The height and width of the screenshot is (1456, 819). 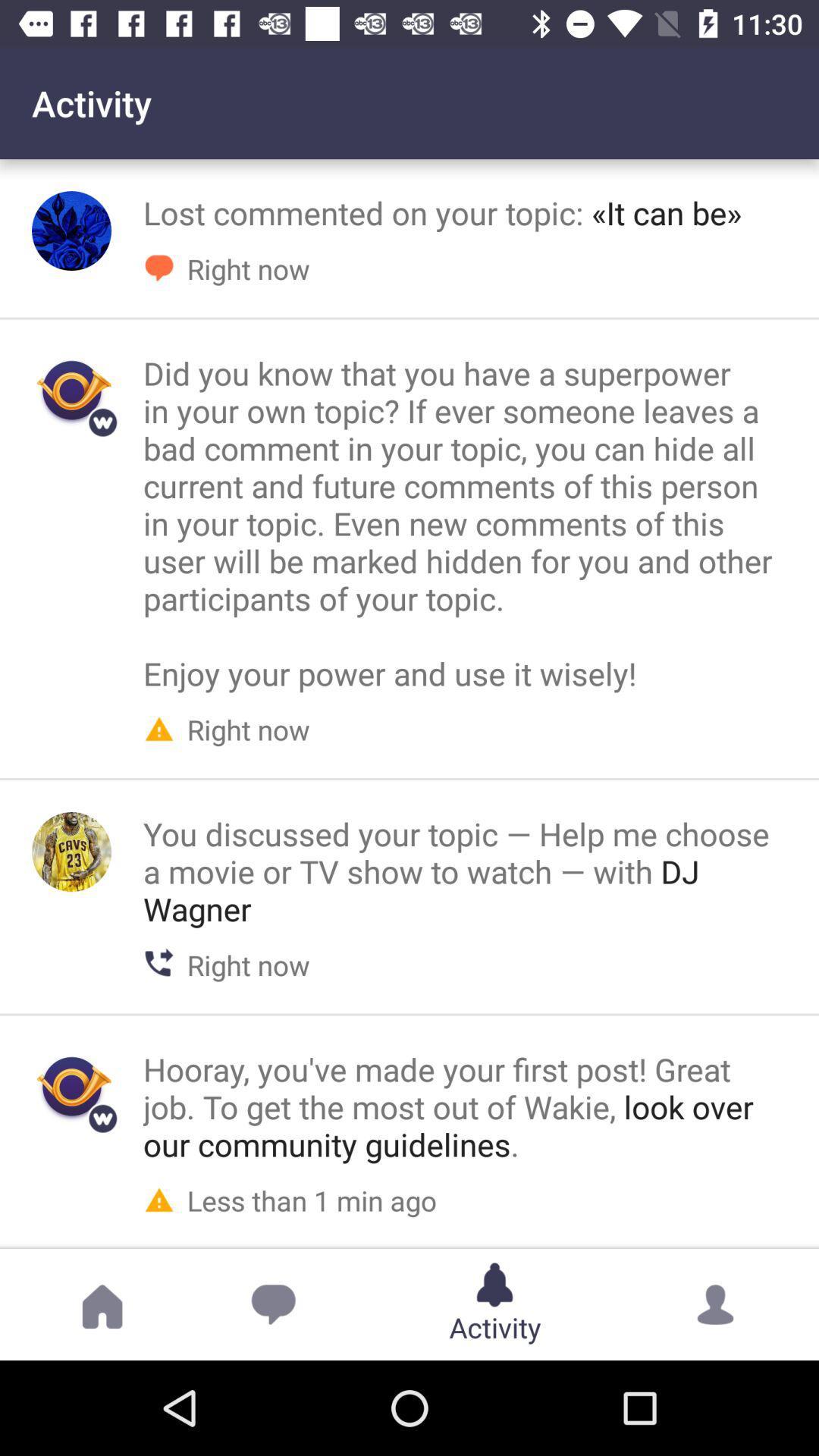 What do you see at coordinates (494, 1284) in the screenshot?
I see `the activity button` at bounding box center [494, 1284].